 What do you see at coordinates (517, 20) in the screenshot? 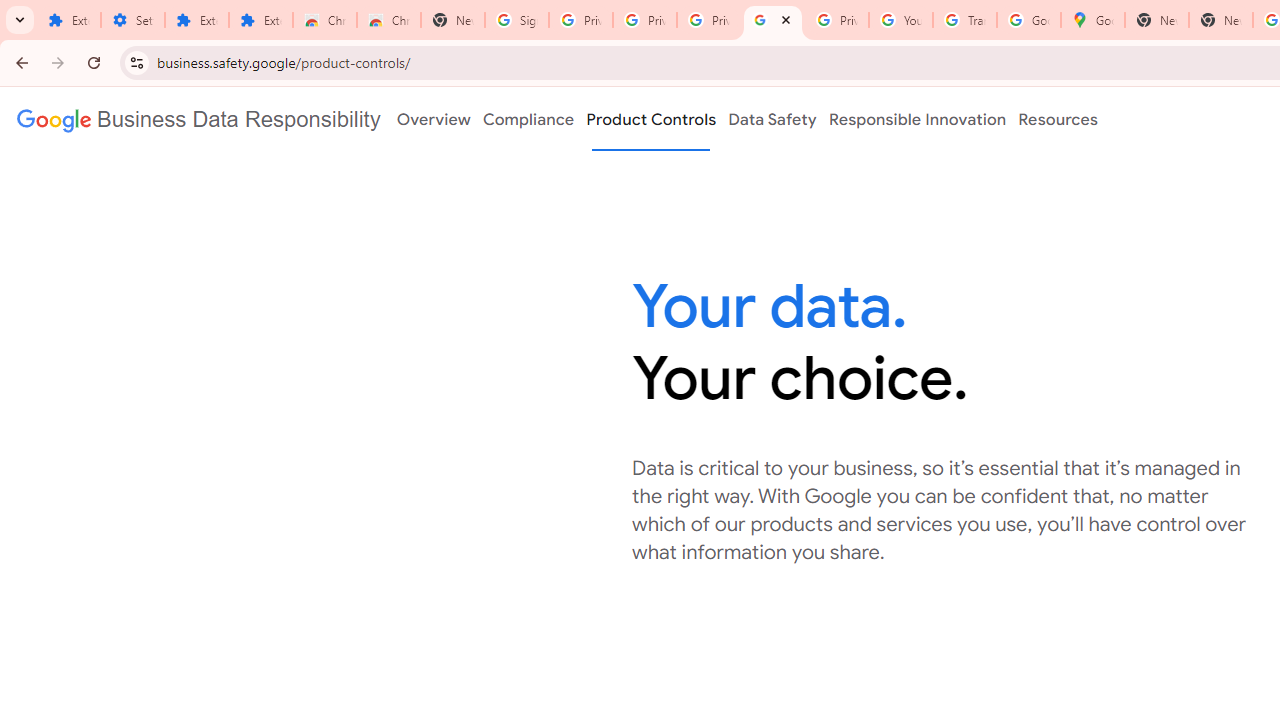
I see `'Sign in - Google Accounts'` at bounding box center [517, 20].